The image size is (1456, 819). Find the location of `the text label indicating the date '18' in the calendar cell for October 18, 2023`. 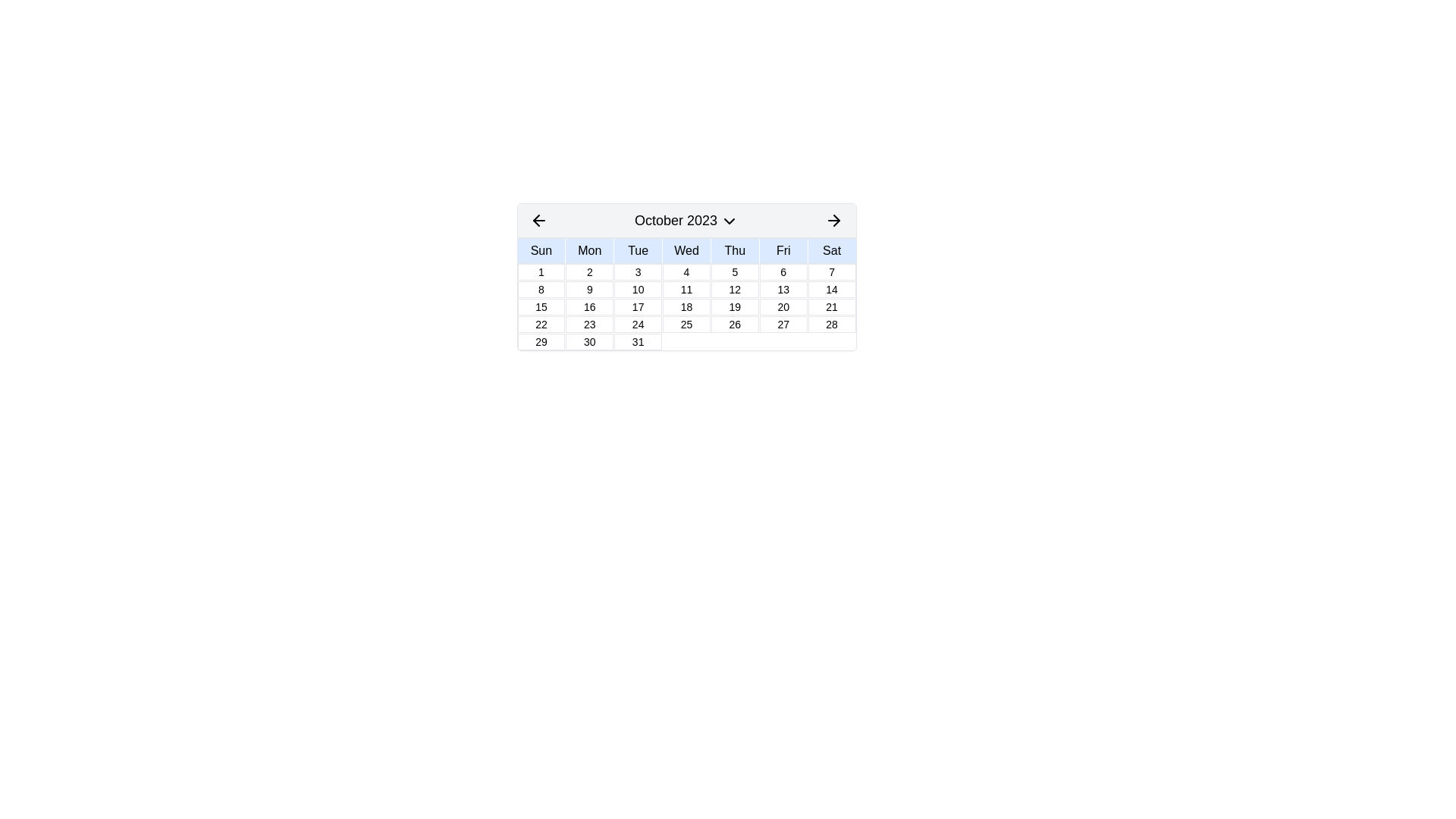

the text label indicating the date '18' in the calendar cell for October 18, 2023 is located at coordinates (686, 307).